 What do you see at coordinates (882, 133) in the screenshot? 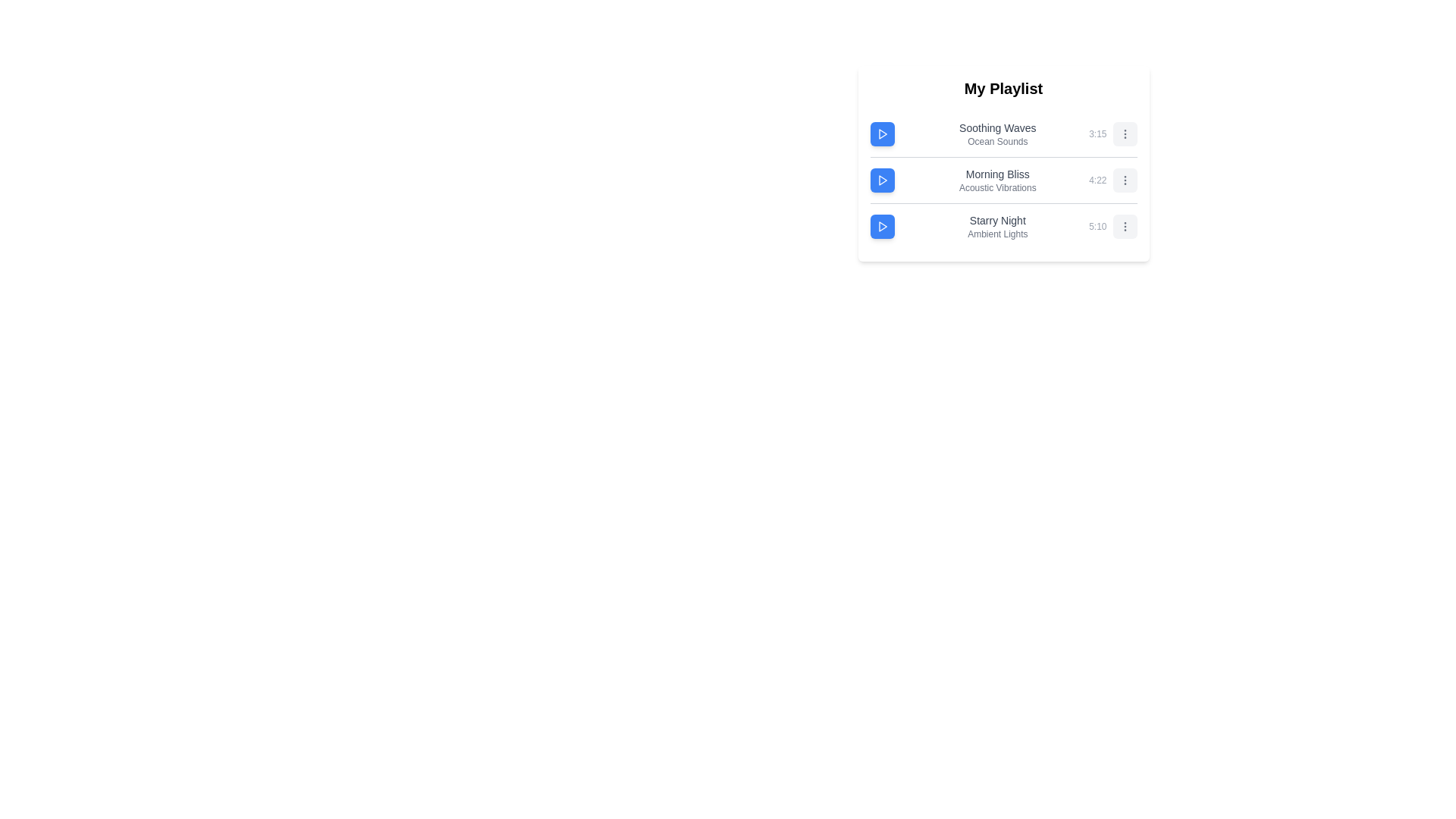
I see `the blue rounded rectangular button with a white play icon inside to play the associated audio track` at bounding box center [882, 133].